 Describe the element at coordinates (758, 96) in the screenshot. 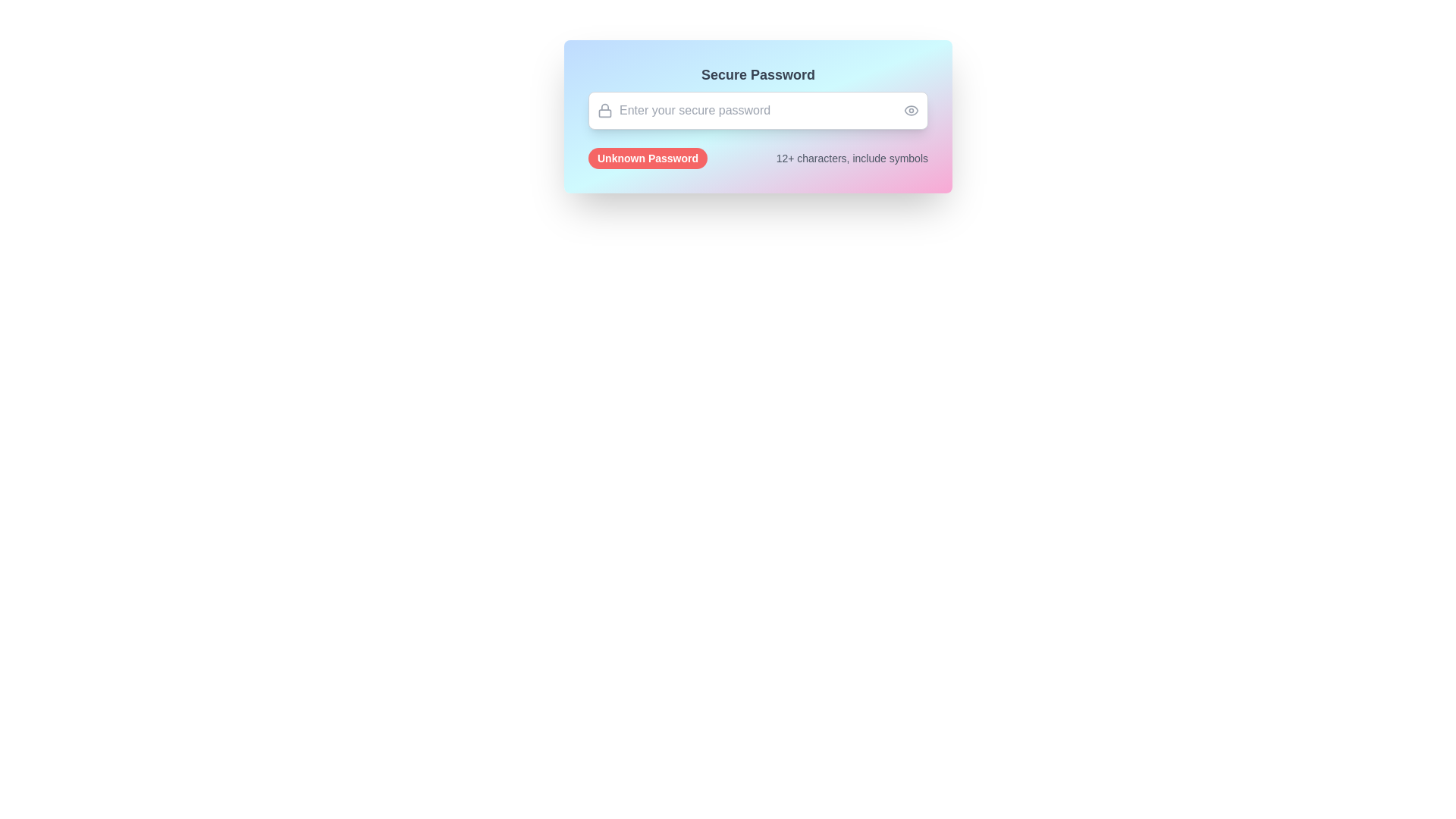

I see `the lock icon and visibility toggle button of the 'Secure Password' form field` at that location.